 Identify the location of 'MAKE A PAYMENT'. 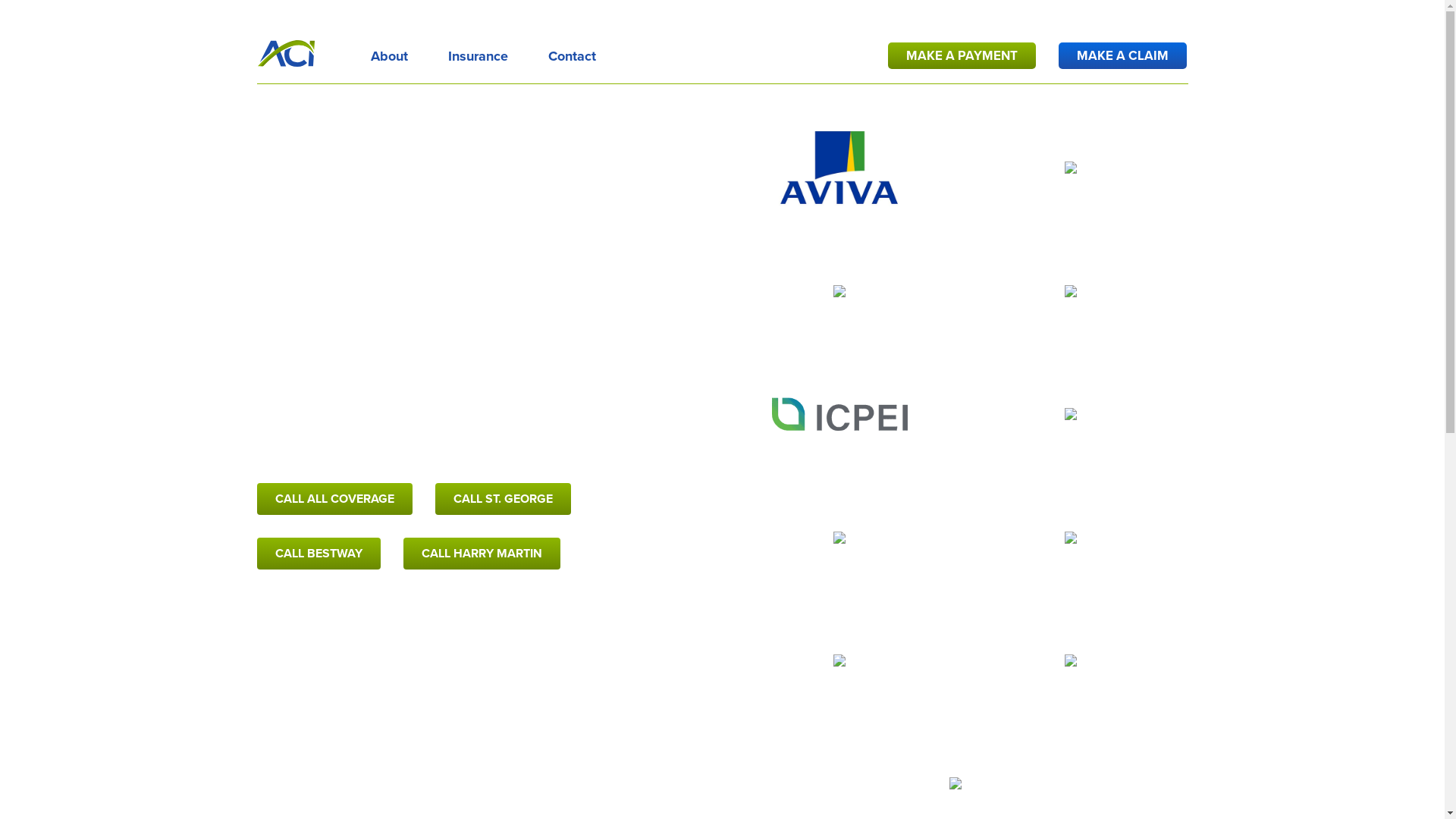
(961, 55).